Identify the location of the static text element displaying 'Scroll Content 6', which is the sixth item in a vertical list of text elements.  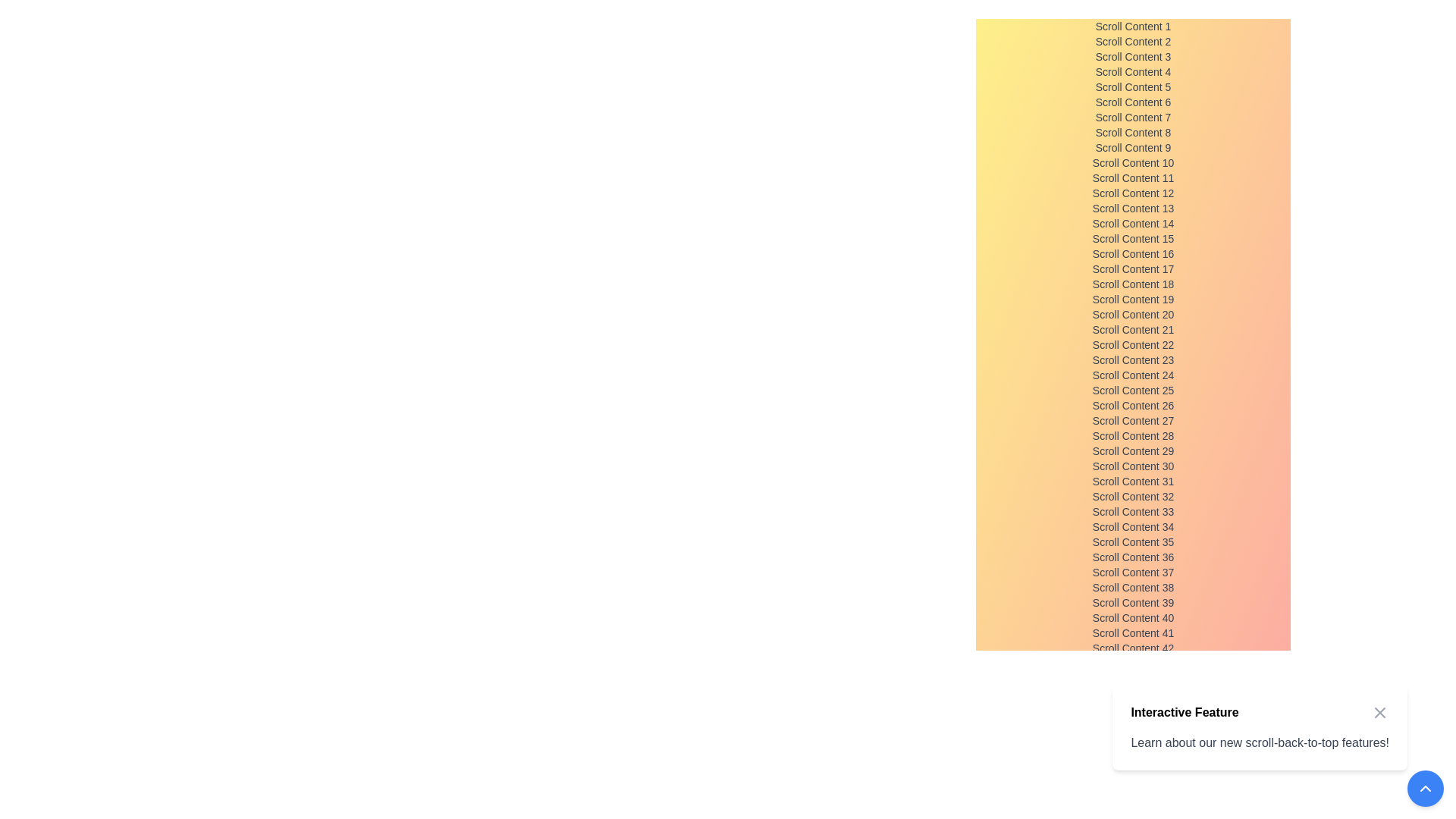
(1133, 102).